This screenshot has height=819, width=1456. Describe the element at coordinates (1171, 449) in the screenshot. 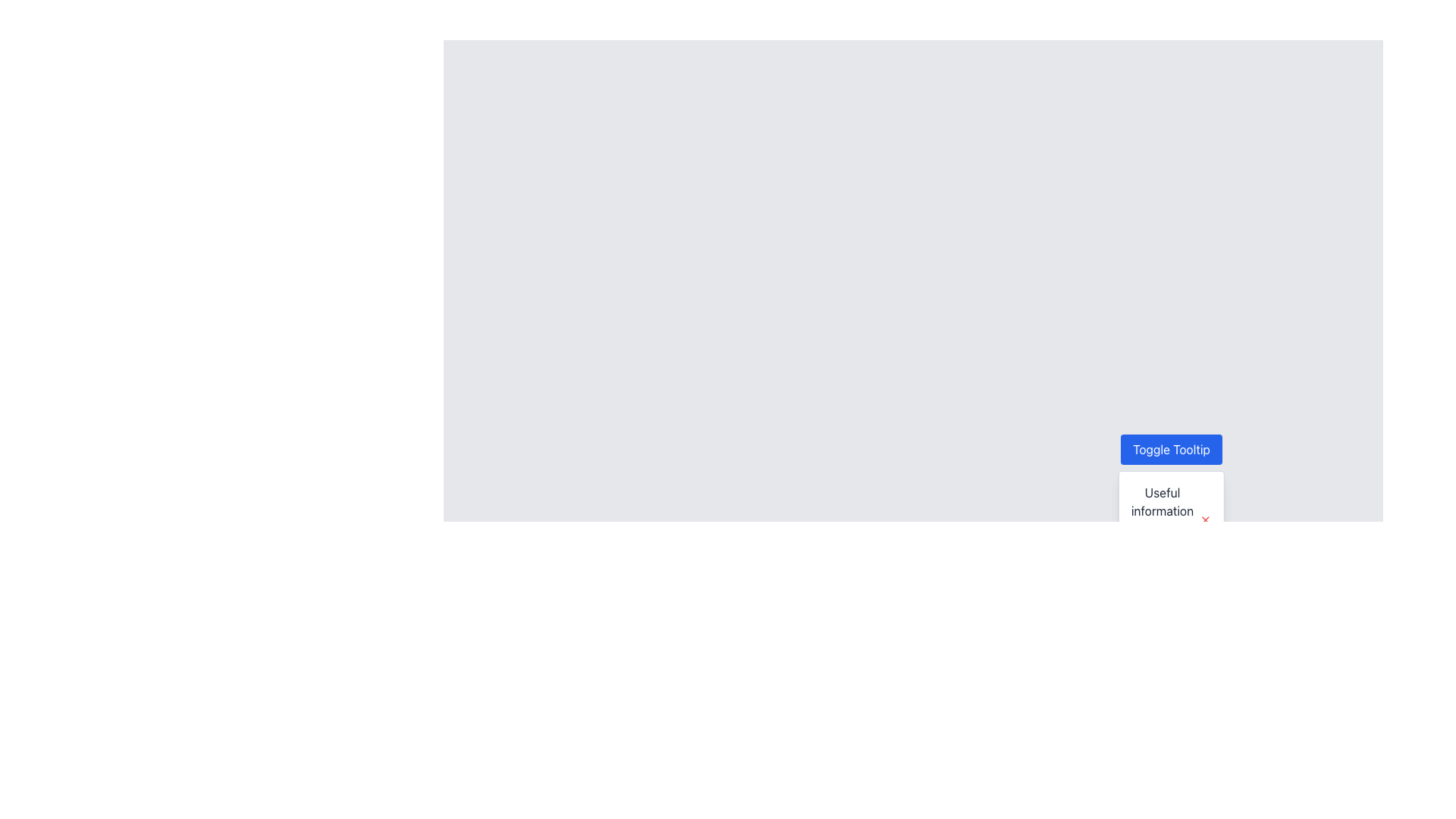

I see `the toggle button located at the center of the tooltip component` at that location.